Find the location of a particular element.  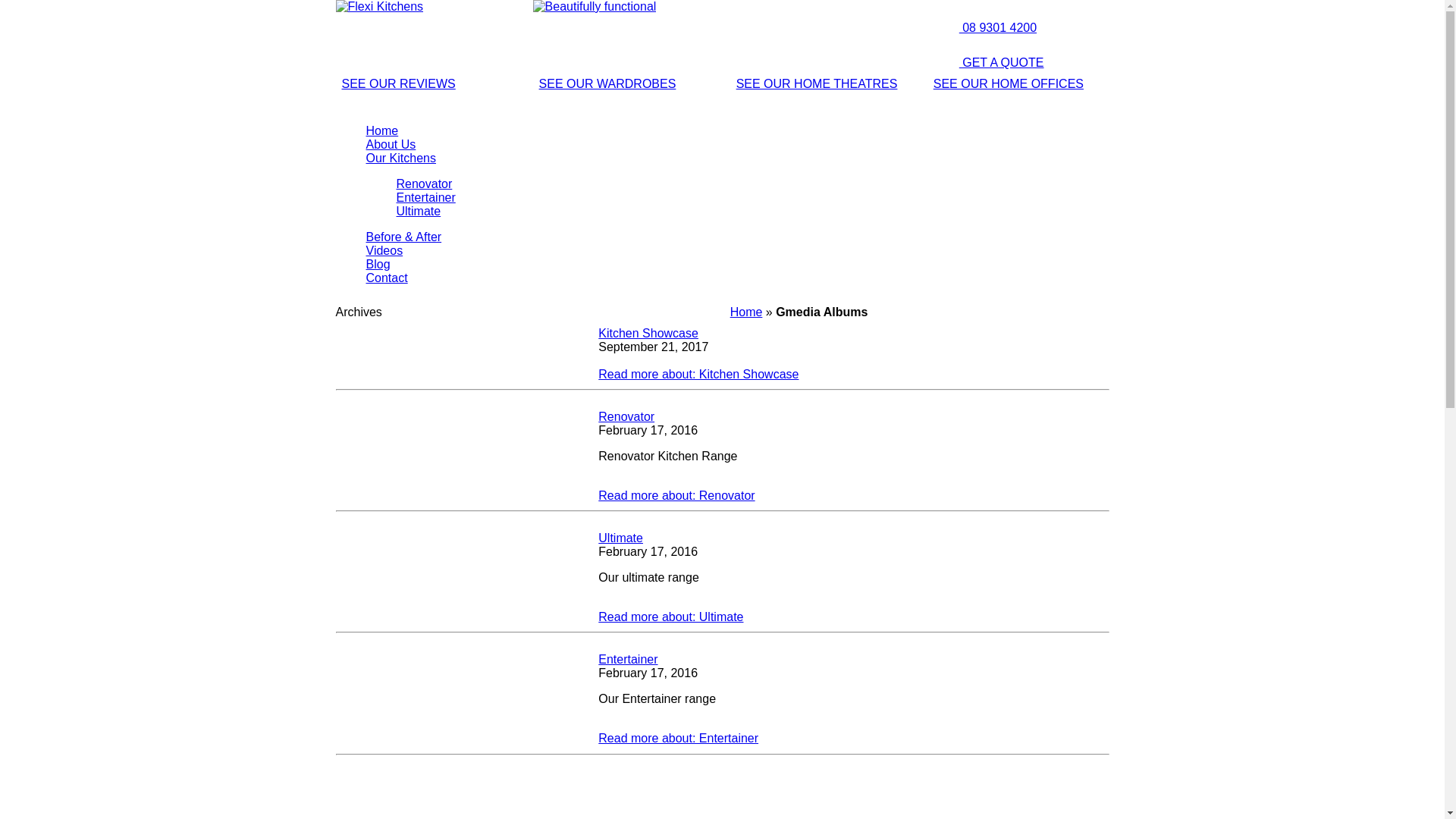

'About Us' is located at coordinates (390, 144).